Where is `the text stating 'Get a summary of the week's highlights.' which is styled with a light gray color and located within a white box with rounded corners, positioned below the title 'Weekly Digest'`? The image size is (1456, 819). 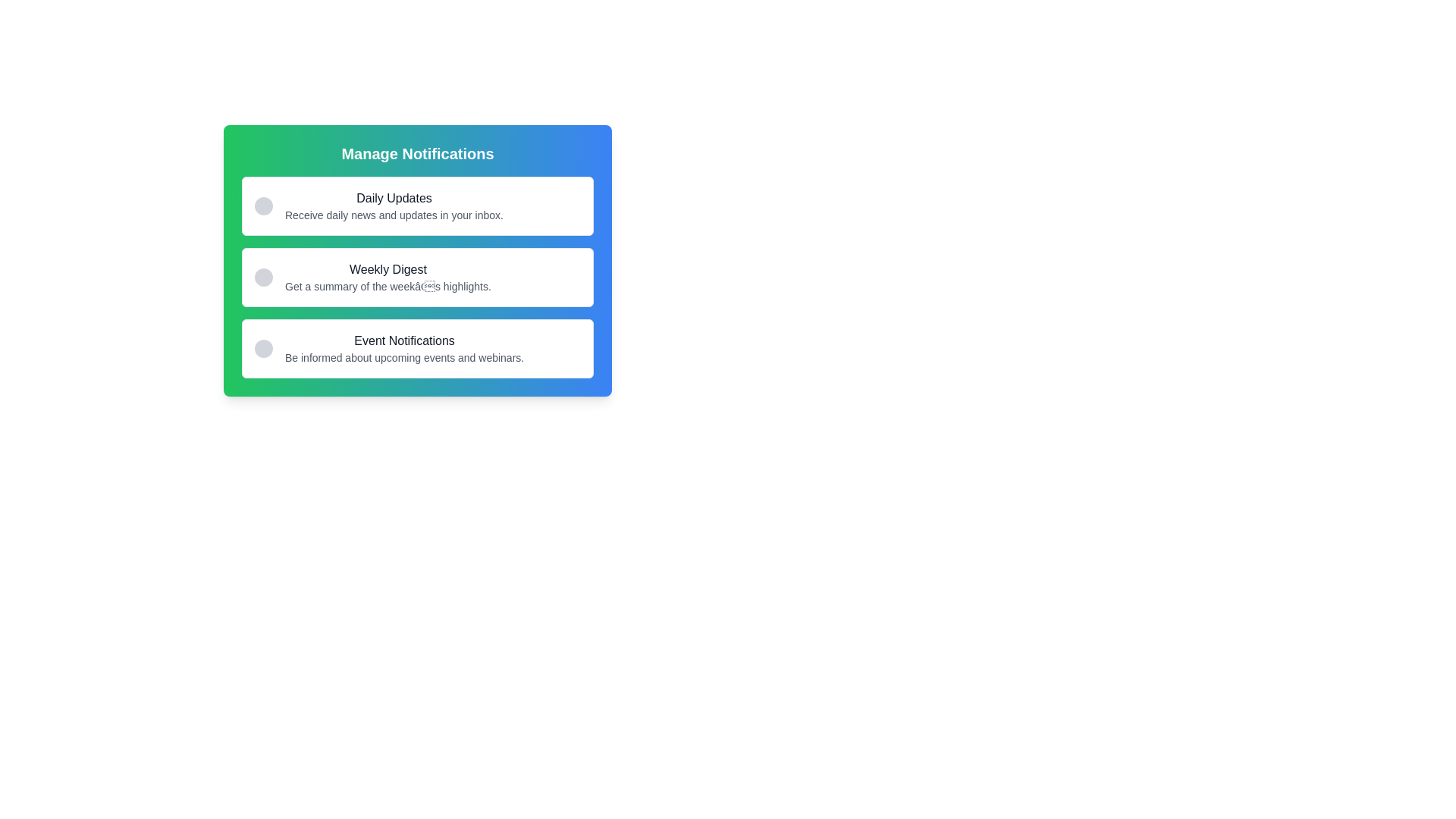
the text stating 'Get a summary of the week's highlights.' which is styled with a light gray color and located within a white box with rounded corners, positioned below the title 'Weekly Digest' is located at coordinates (388, 287).